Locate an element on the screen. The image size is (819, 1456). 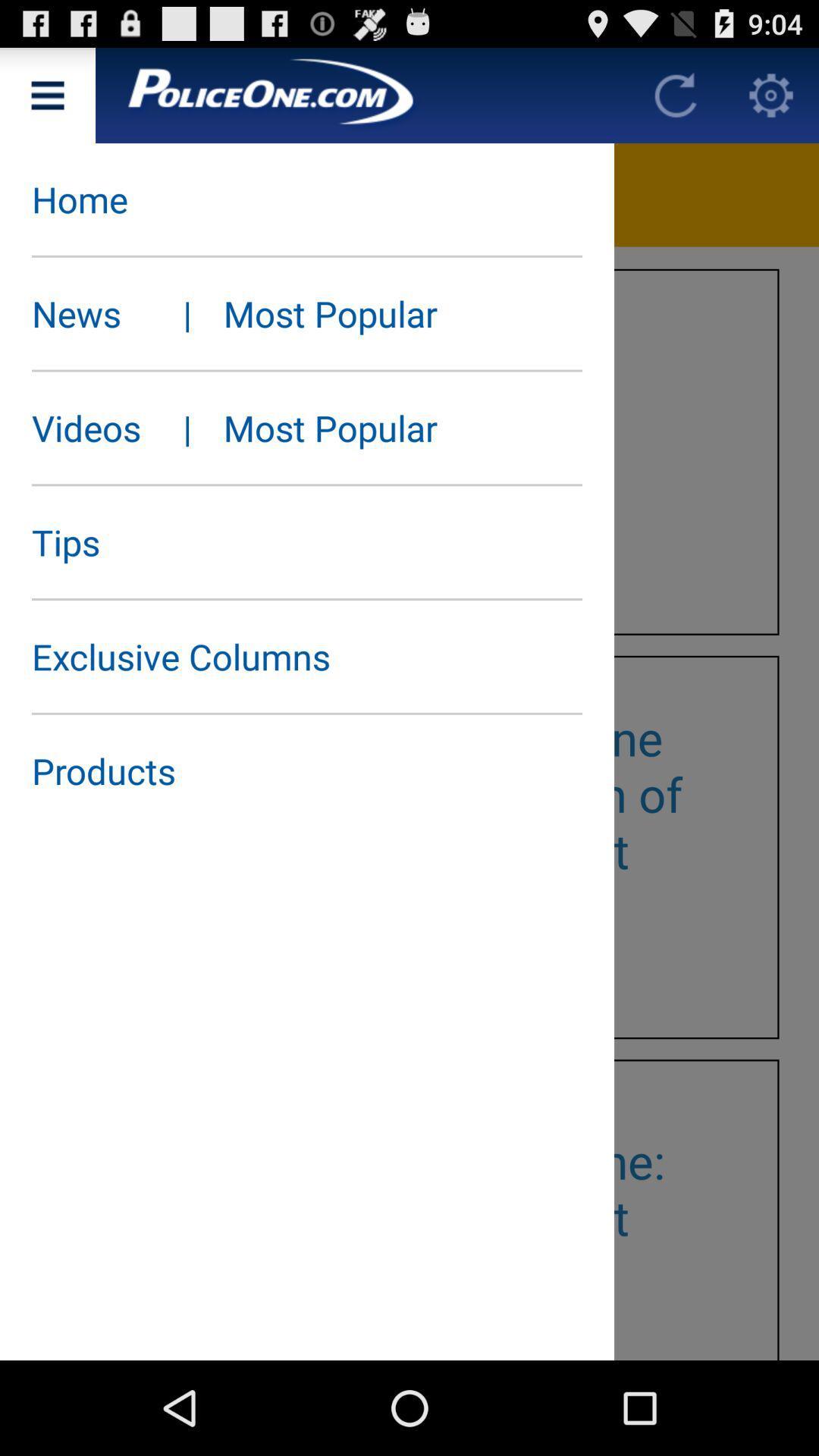
the refresh icon is located at coordinates (675, 101).